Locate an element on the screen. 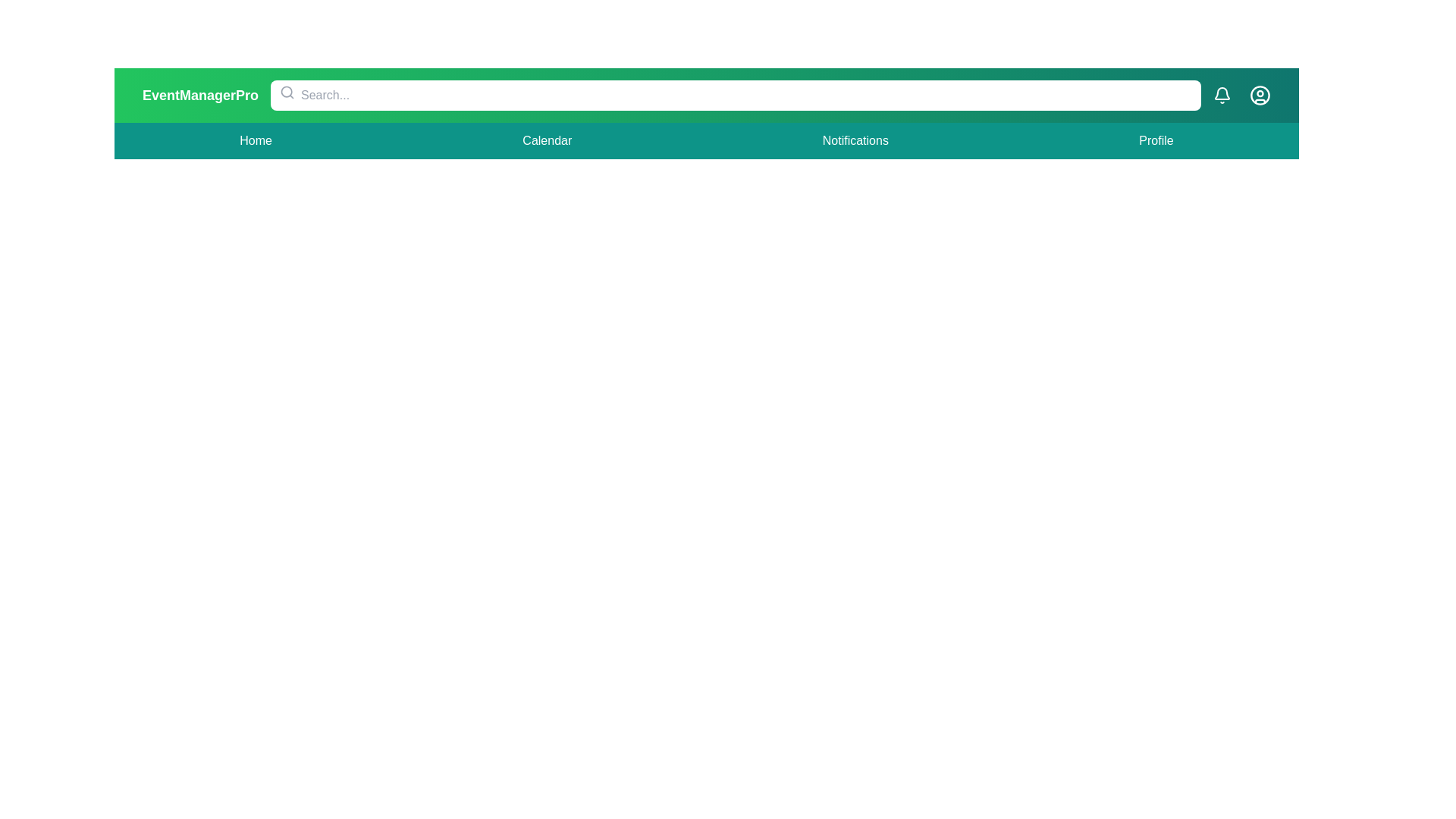  the search bar and type 'Event Management' is located at coordinates (735, 96).